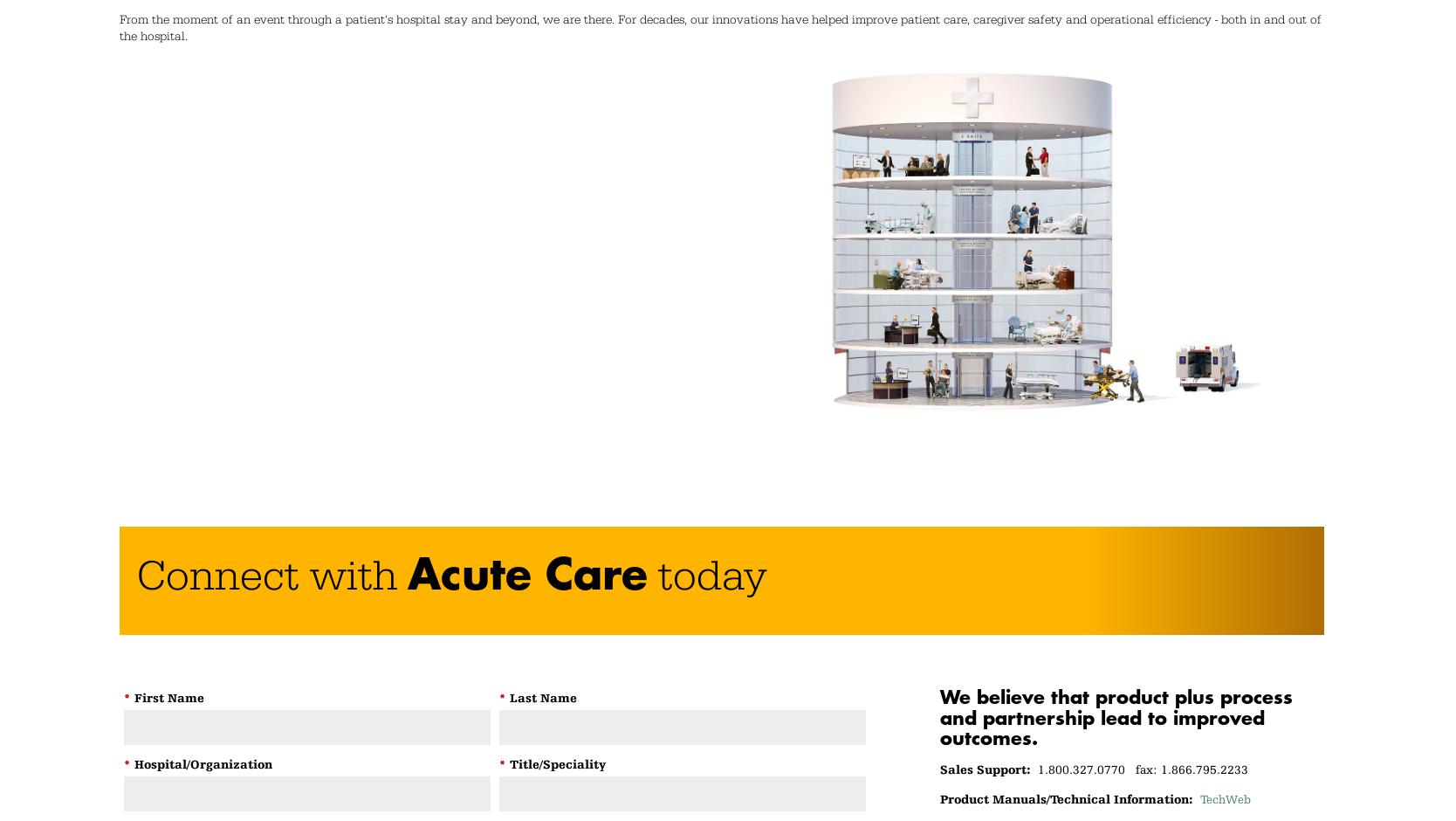  Describe the element at coordinates (542, 698) in the screenshot. I see `'Last Name'` at that location.